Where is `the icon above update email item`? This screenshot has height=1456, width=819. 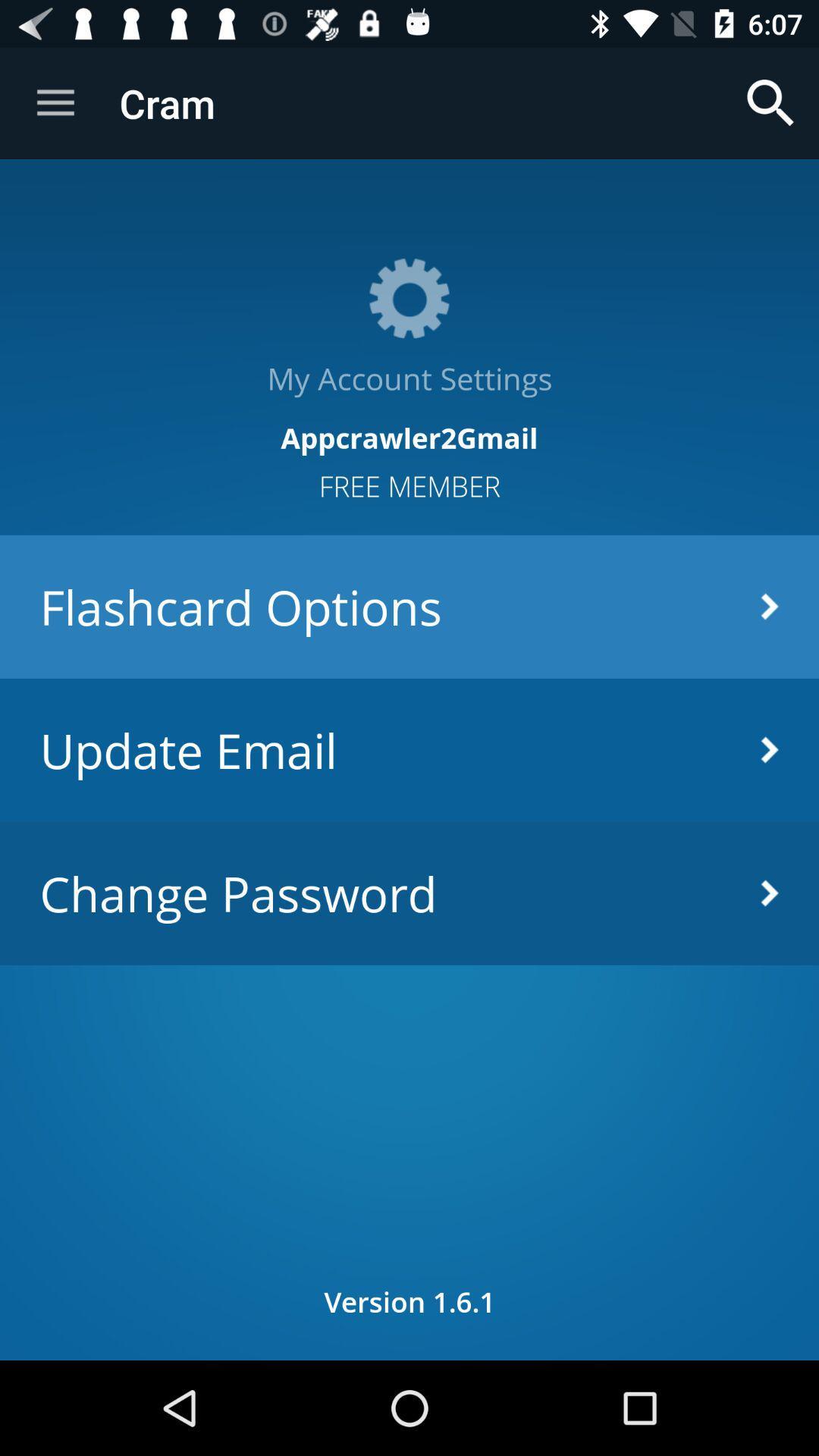 the icon above update email item is located at coordinates (409, 607).